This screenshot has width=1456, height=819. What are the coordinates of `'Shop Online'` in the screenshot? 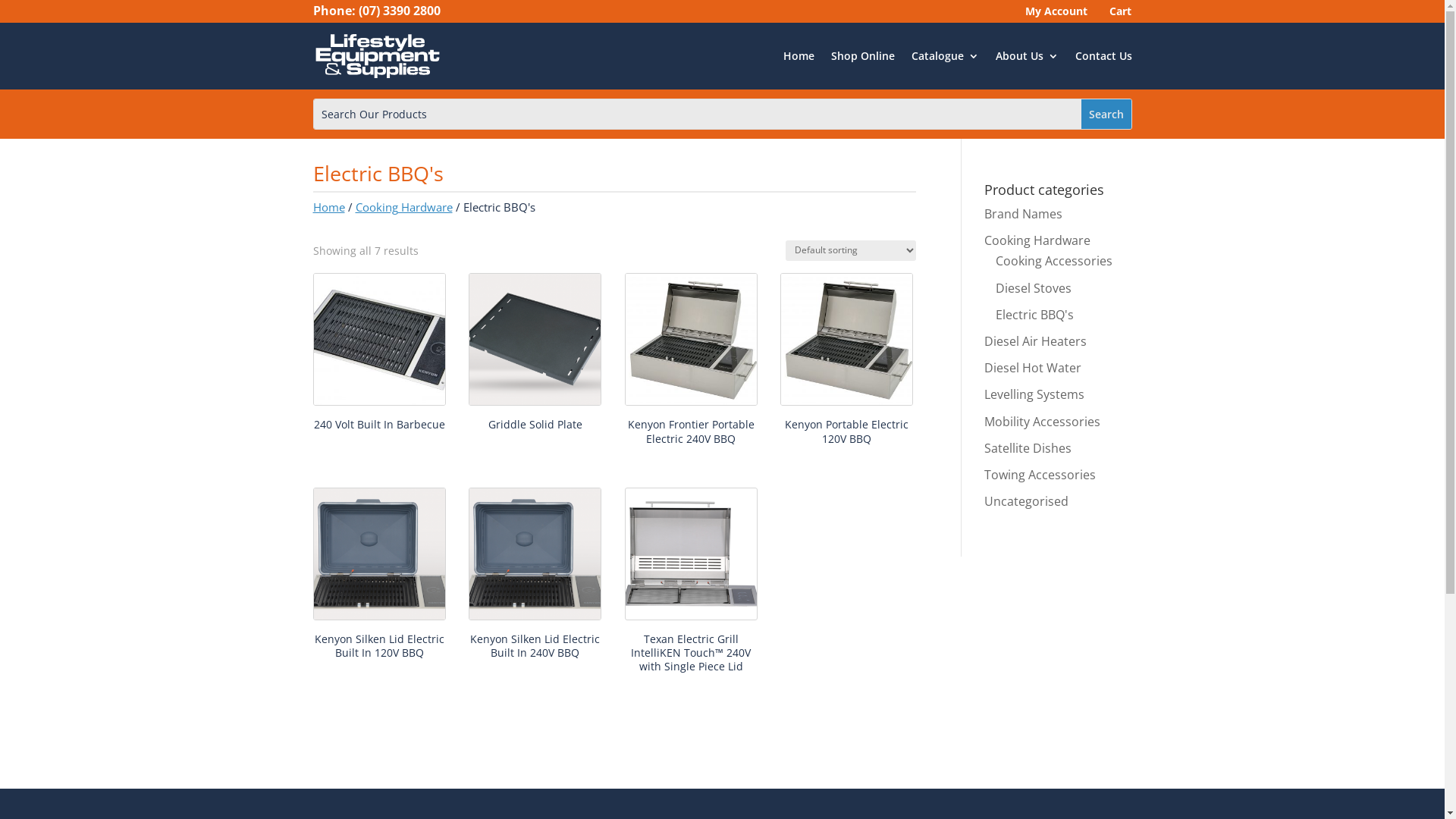 It's located at (862, 55).